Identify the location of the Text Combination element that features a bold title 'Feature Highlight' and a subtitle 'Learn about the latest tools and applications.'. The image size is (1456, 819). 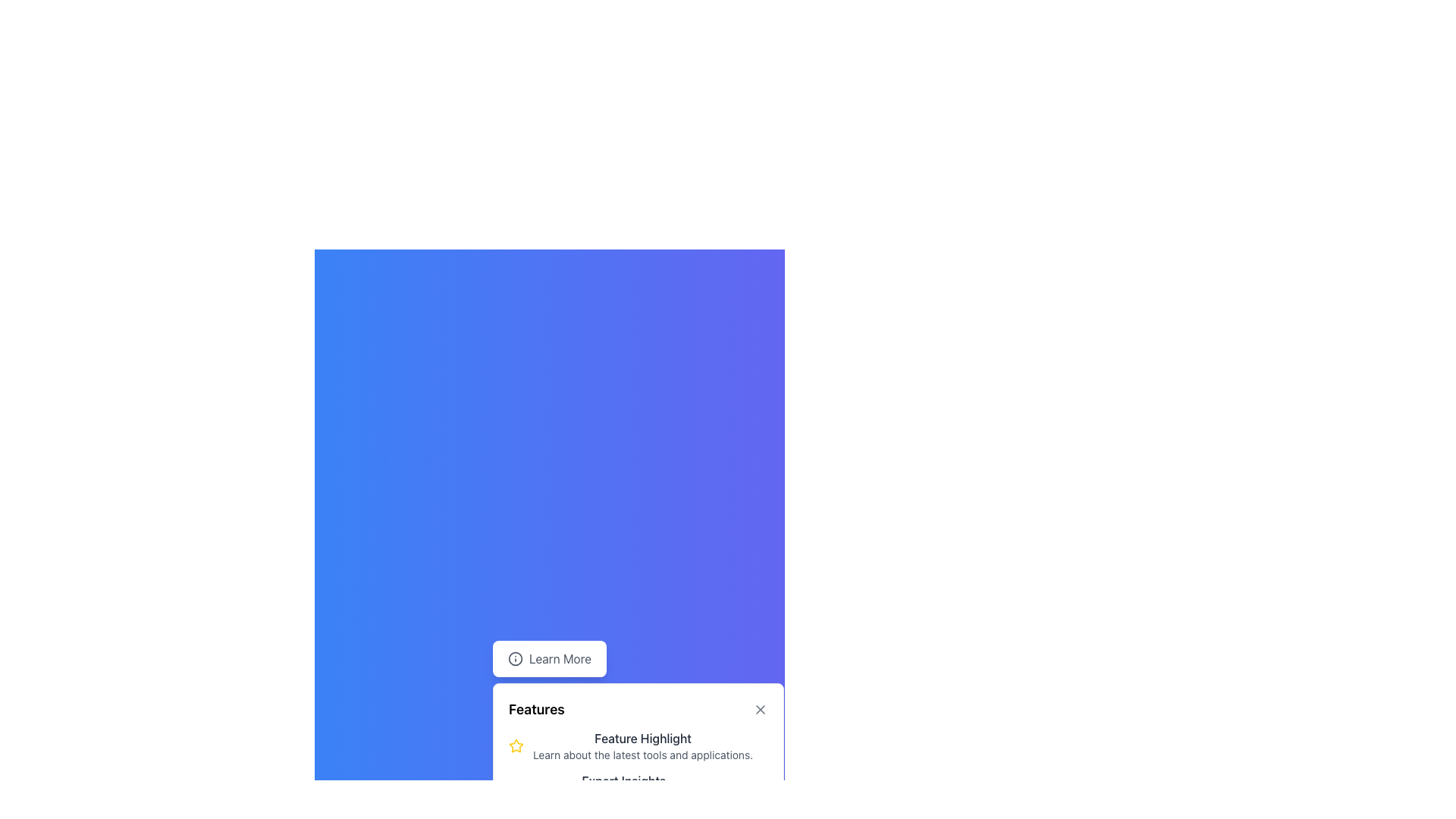
(643, 745).